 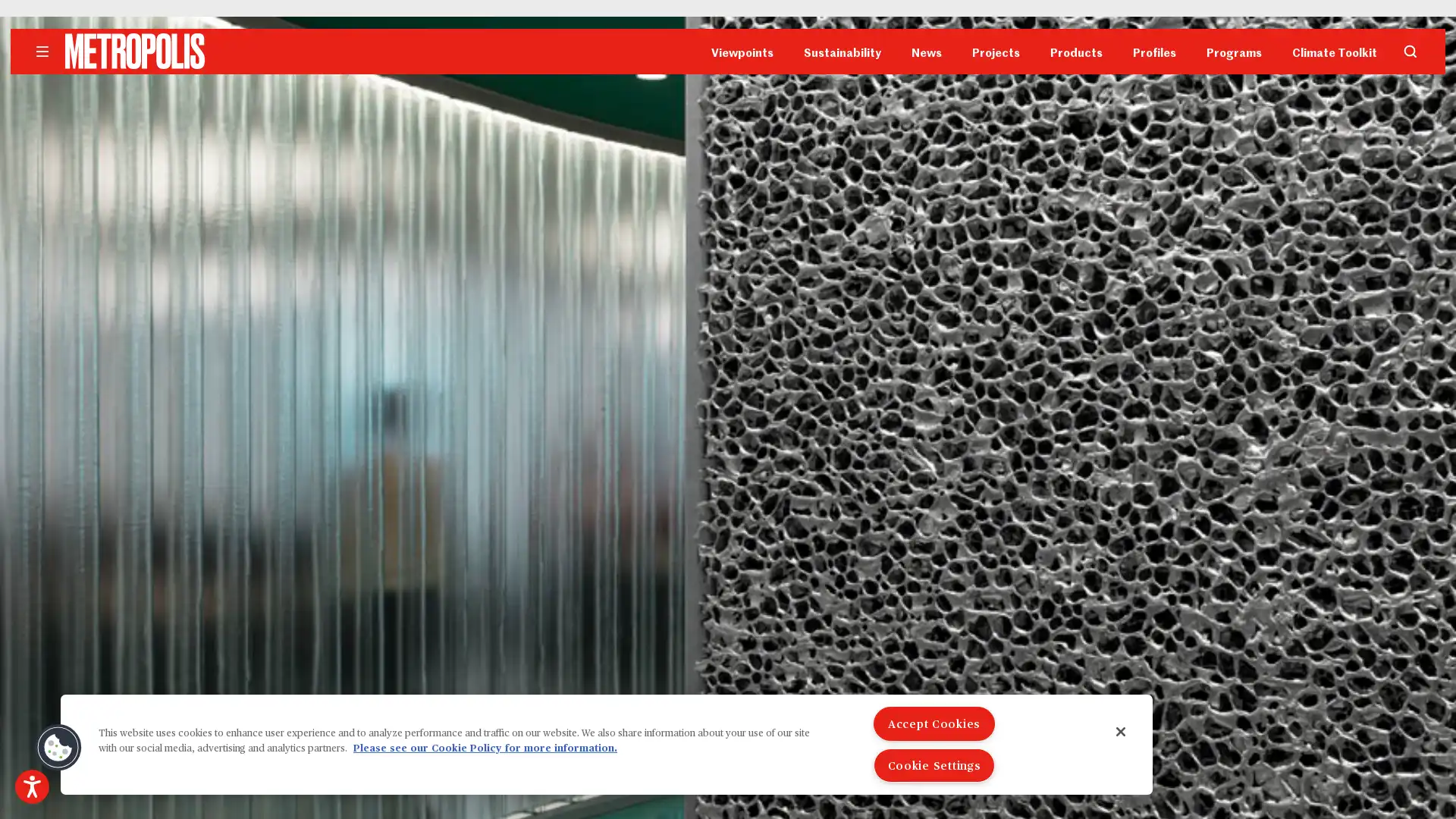 What do you see at coordinates (924, 166) in the screenshot?
I see `Close` at bounding box center [924, 166].